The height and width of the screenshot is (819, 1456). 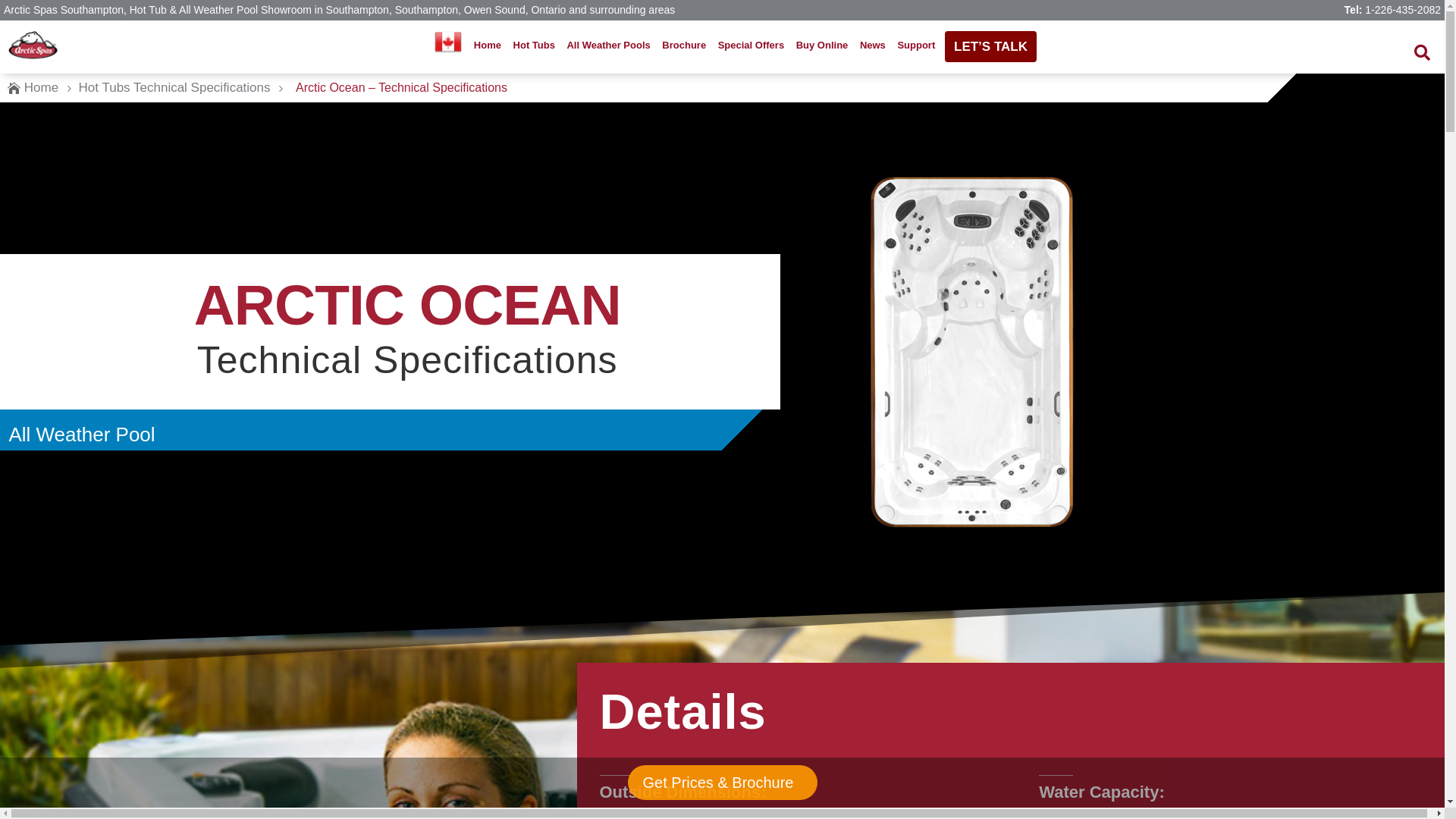 What do you see at coordinates (1401, 9) in the screenshot?
I see `'1-226-435-2082'` at bounding box center [1401, 9].